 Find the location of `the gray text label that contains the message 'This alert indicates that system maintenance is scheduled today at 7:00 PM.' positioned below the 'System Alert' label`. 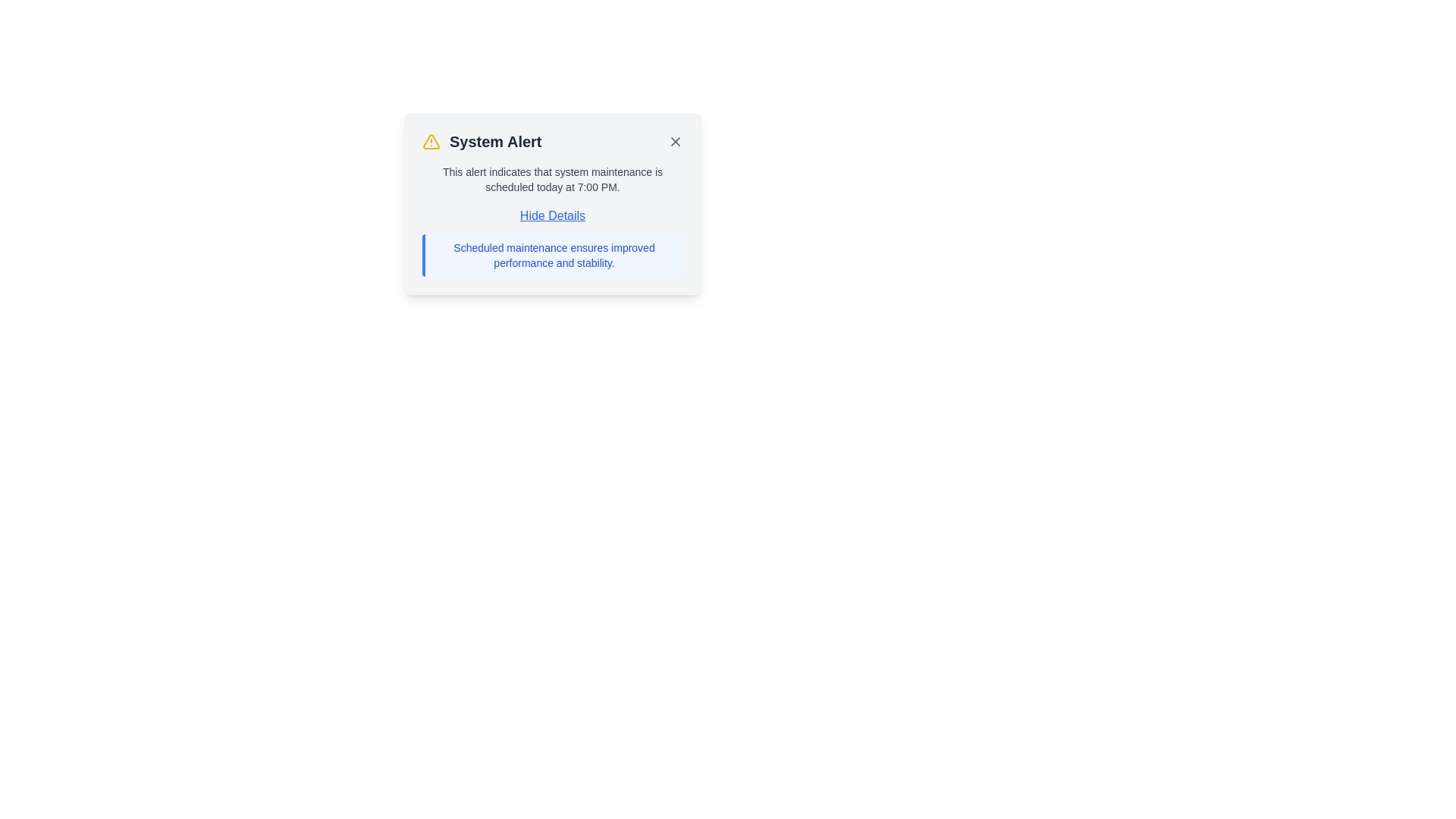

the gray text label that contains the message 'This alert indicates that system maintenance is scheduled today at 7:00 PM.' positioned below the 'System Alert' label is located at coordinates (552, 178).